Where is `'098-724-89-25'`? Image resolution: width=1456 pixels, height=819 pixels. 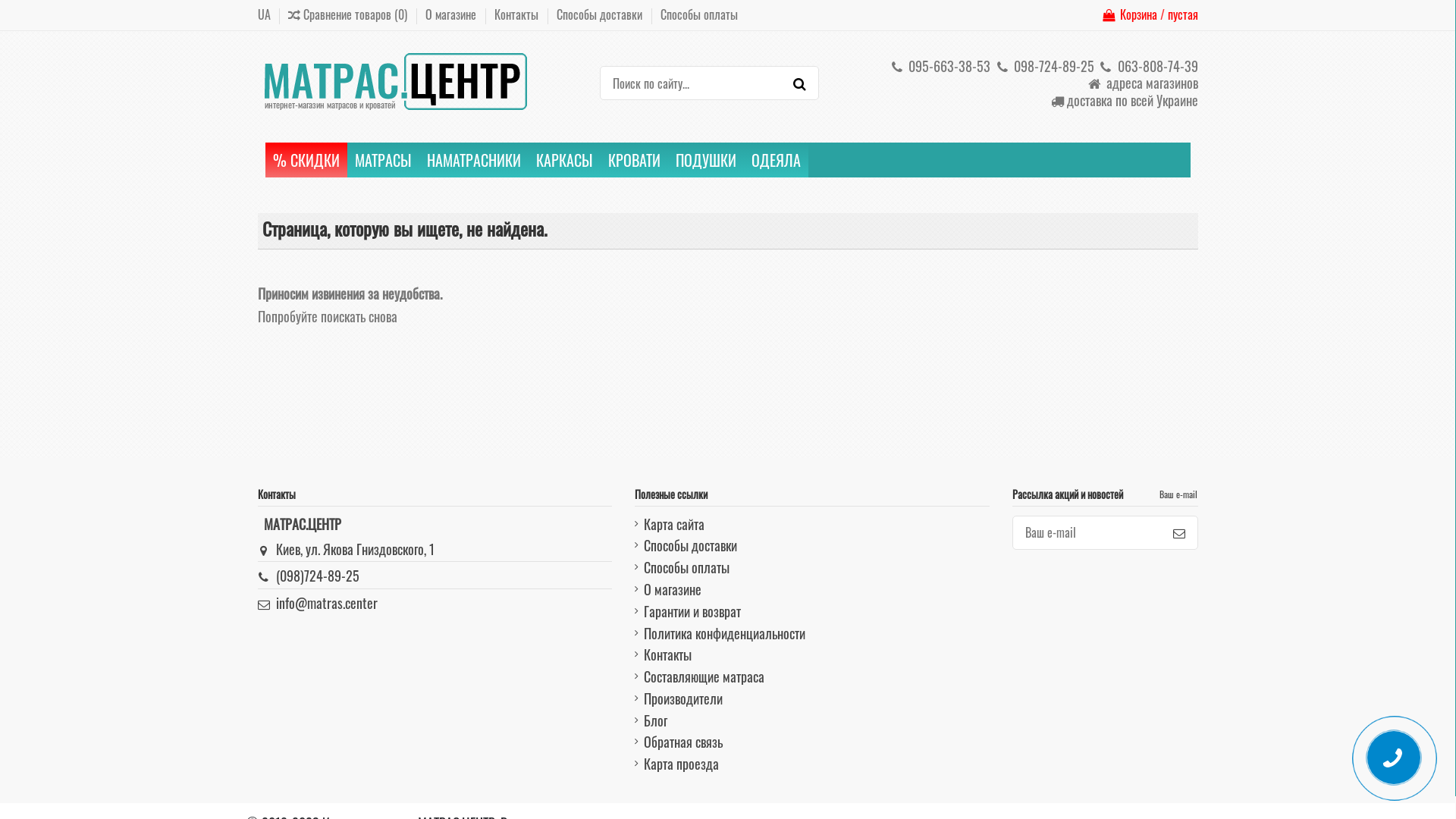 '098-724-89-25' is located at coordinates (1043, 65).